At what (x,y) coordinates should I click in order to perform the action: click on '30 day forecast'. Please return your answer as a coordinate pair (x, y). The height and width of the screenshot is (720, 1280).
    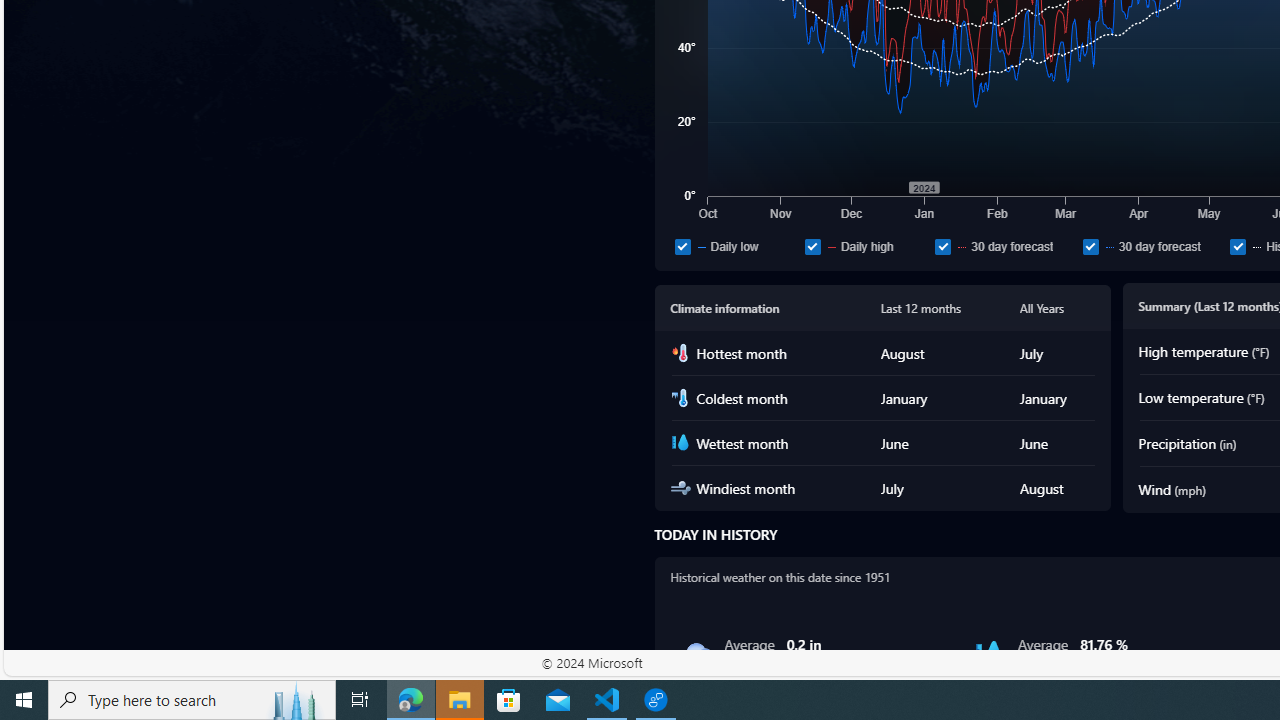
    Looking at the image, I should click on (1089, 245).